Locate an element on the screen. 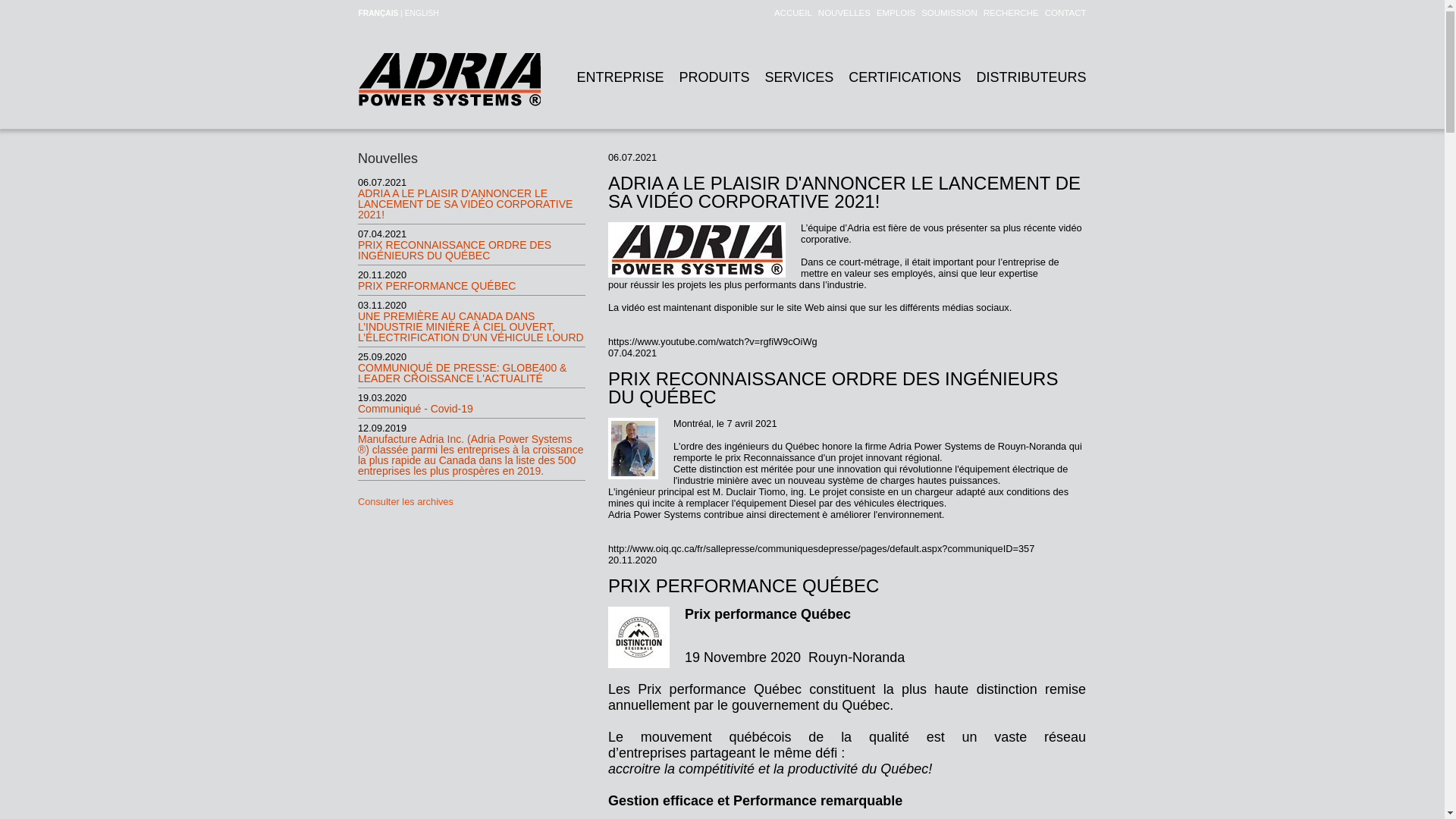  'RECHERCHE' is located at coordinates (977, 12).